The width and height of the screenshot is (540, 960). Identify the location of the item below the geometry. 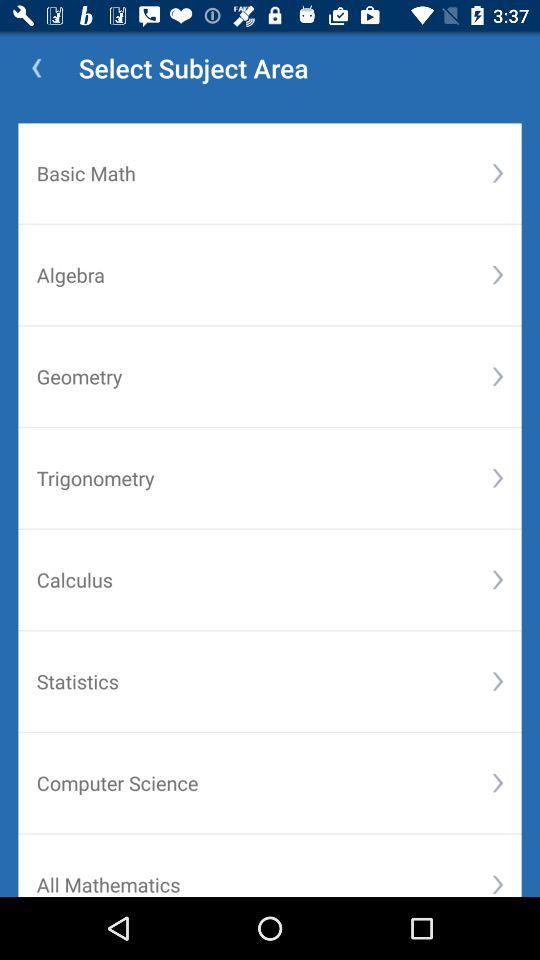
(496, 478).